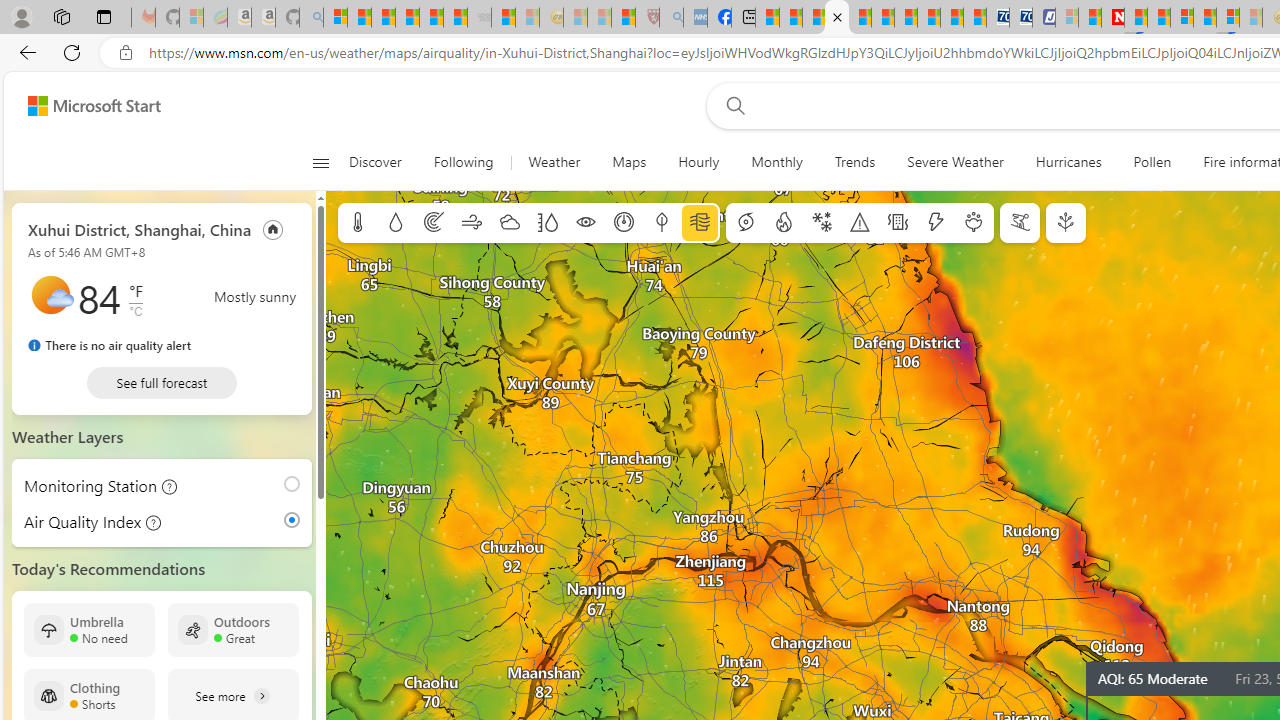 The image size is (1280, 720). I want to click on 'MSNBC - MSN', so click(767, 17).